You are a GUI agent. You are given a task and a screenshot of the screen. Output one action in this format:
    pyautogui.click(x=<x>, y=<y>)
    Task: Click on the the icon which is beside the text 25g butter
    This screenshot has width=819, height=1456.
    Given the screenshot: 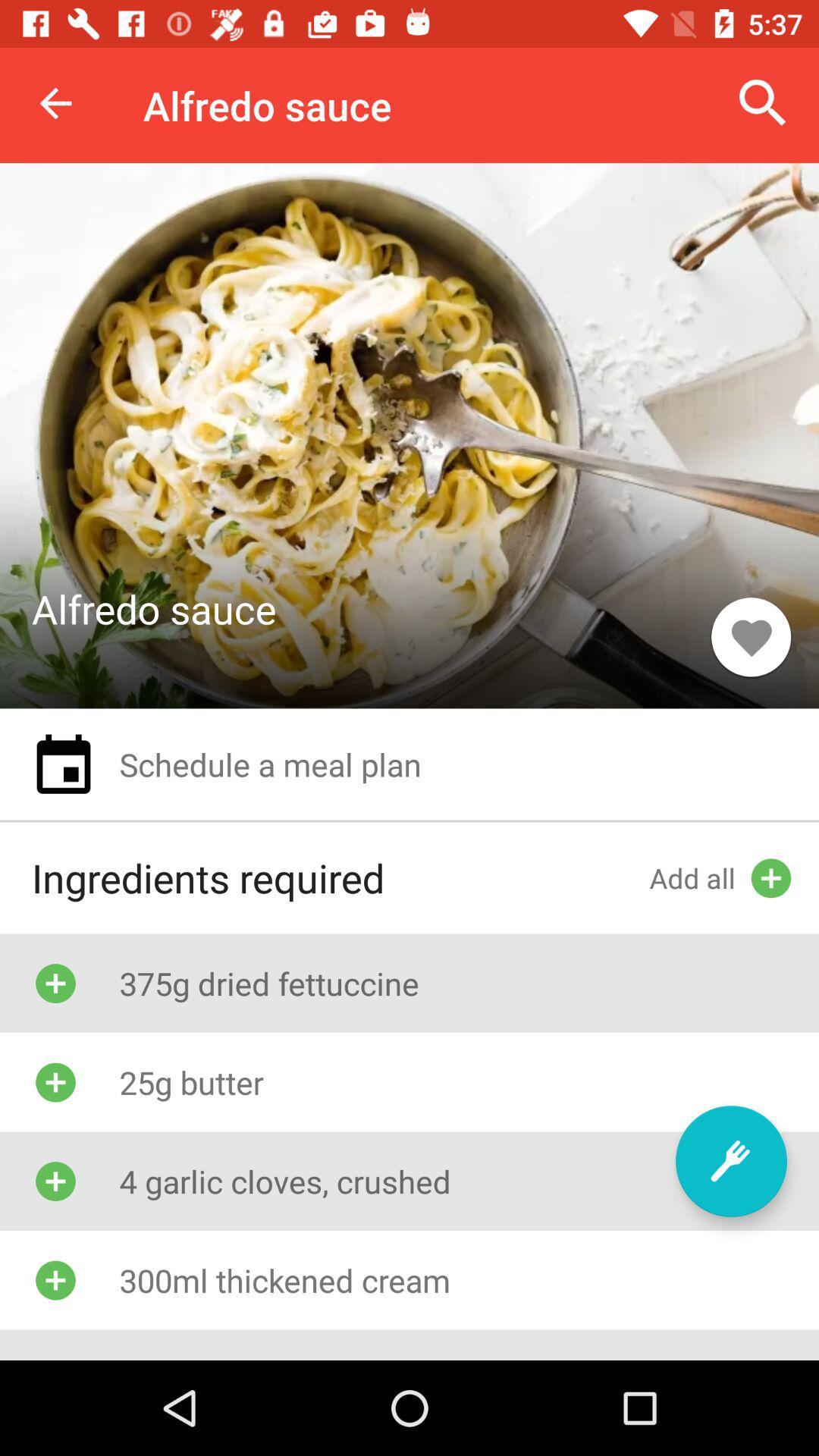 What is the action you would take?
    pyautogui.click(x=55, y=1081)
    